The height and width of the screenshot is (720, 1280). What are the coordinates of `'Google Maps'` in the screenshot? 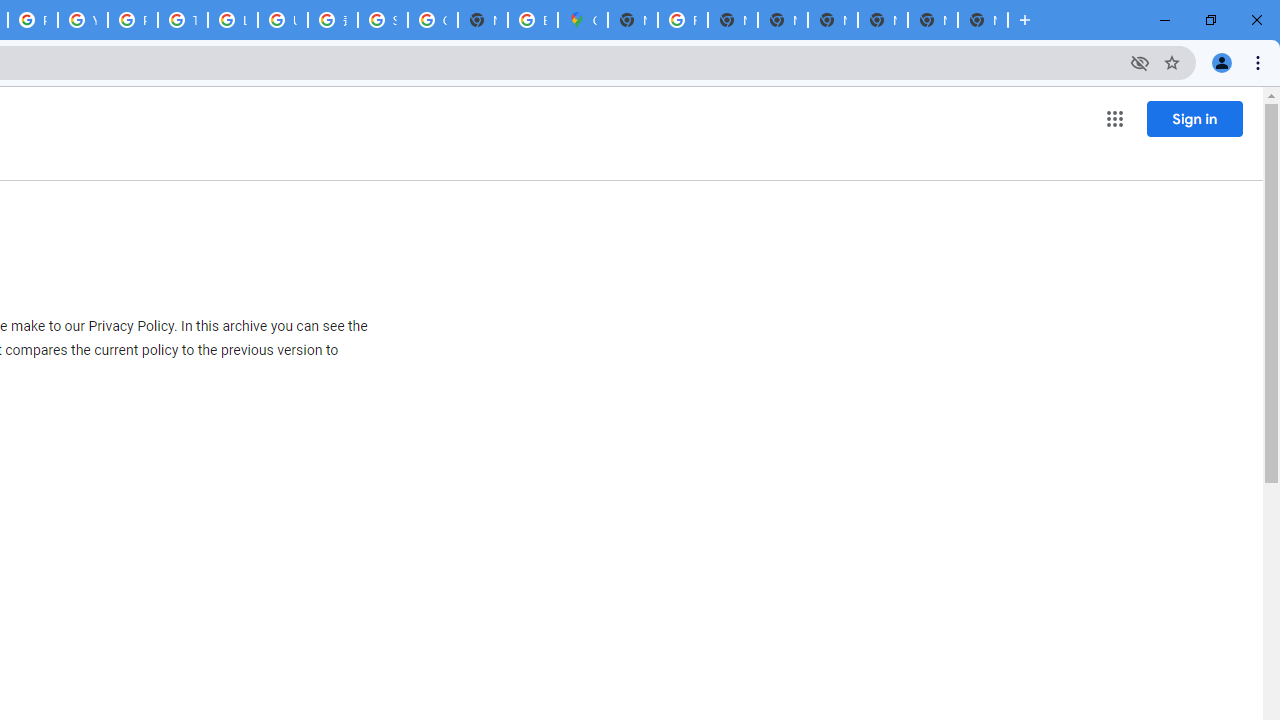 It's located at (582, 20).